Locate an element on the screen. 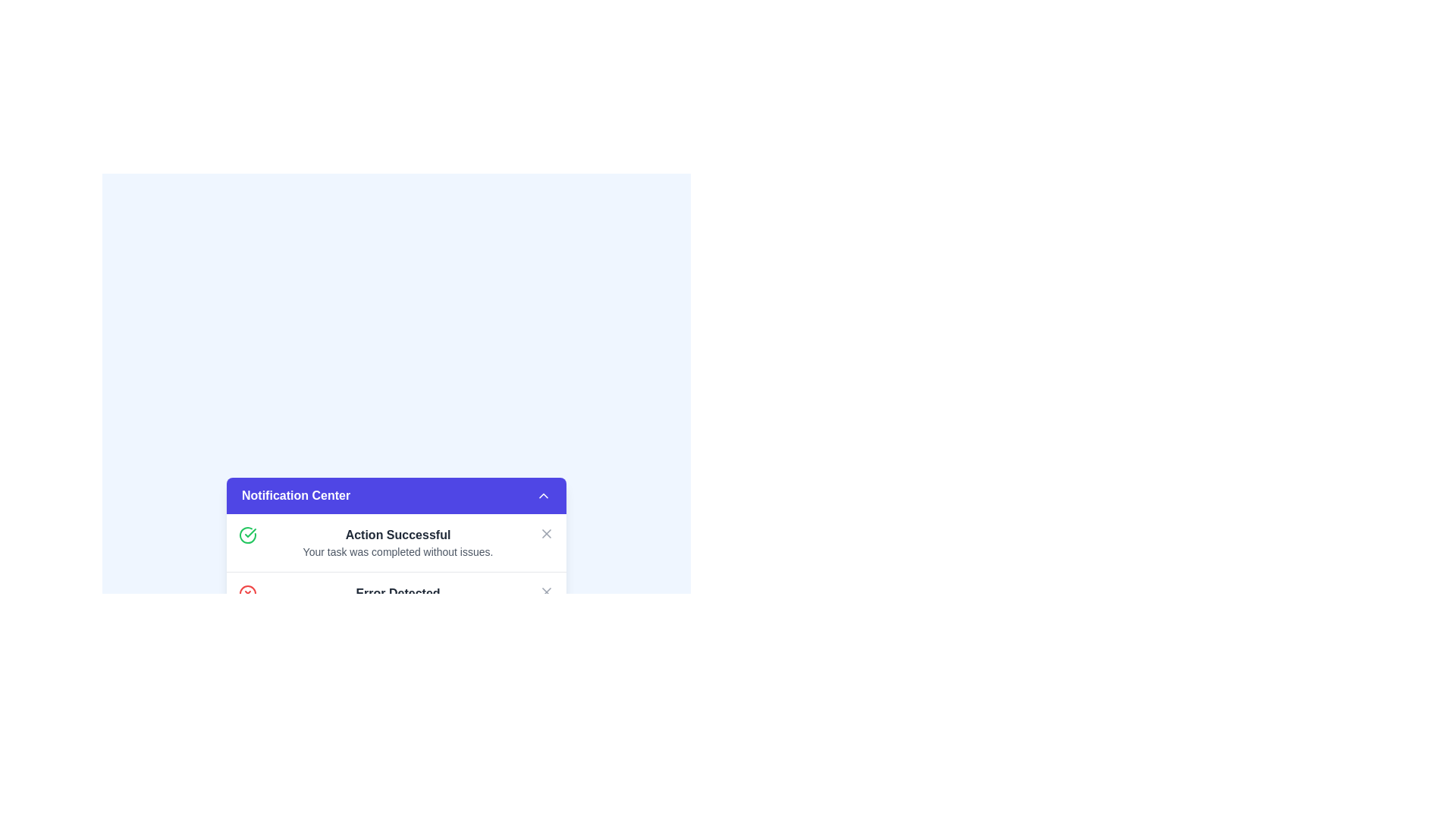  the error notification text component located under the 'Action Successful' notification in the 'Notification Center' is located at coordinates (397, 601).